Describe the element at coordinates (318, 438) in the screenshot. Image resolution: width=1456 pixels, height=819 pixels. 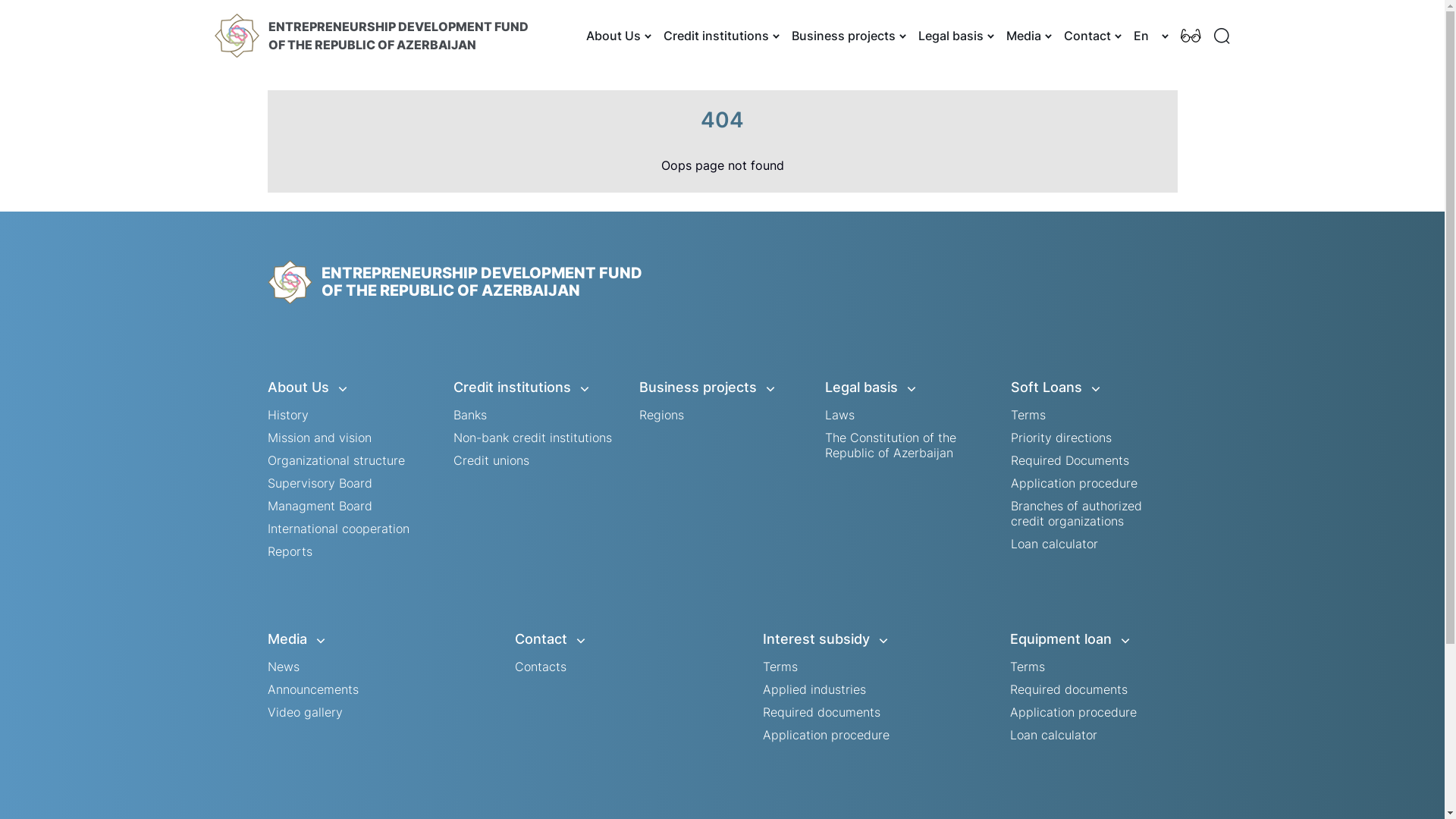
I see `'Mission and vision'` at that location.